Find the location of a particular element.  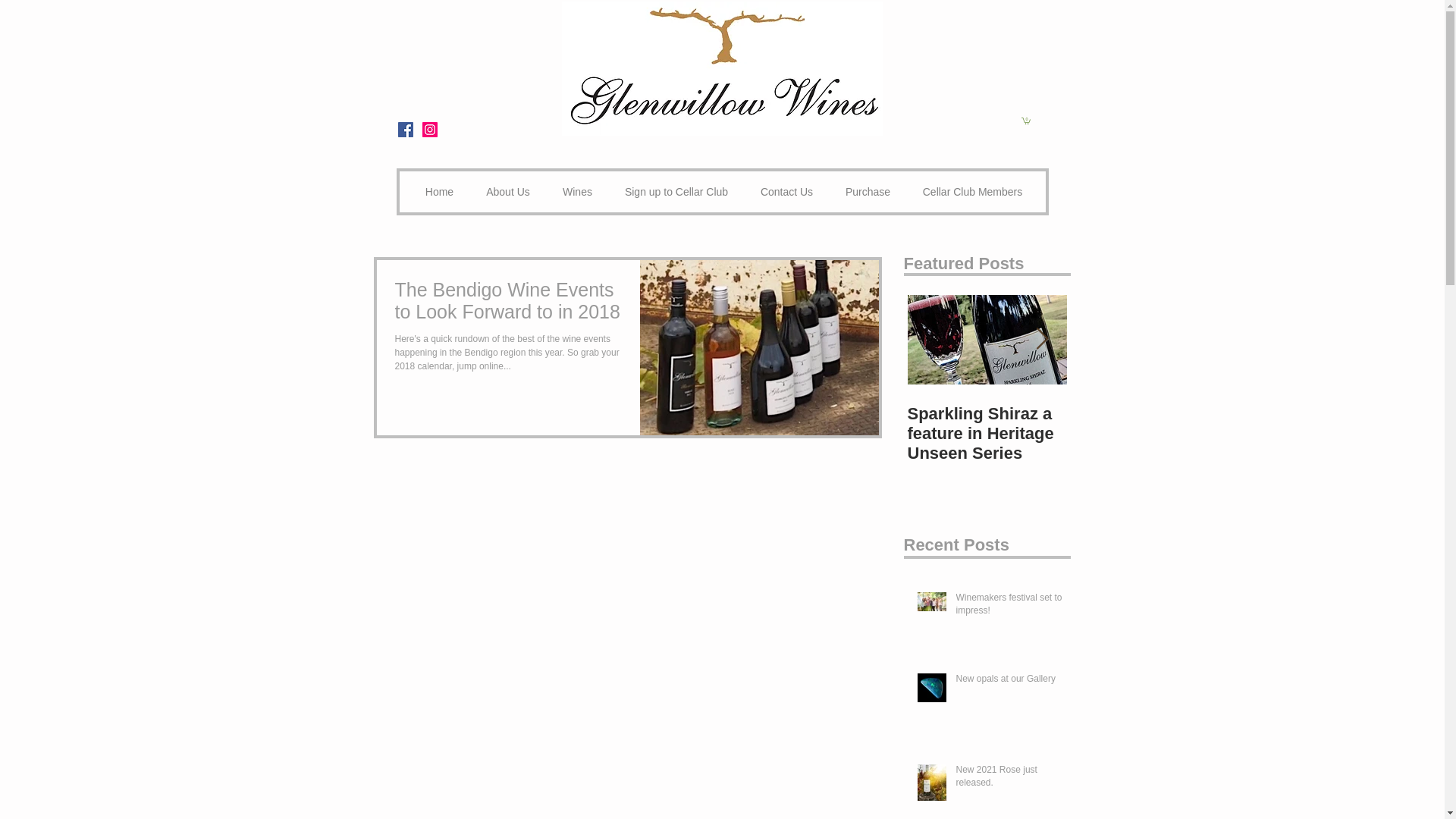

'The Bendigo Wine Events to Look Forward to in 2018' is located at coordinates (509, 305).